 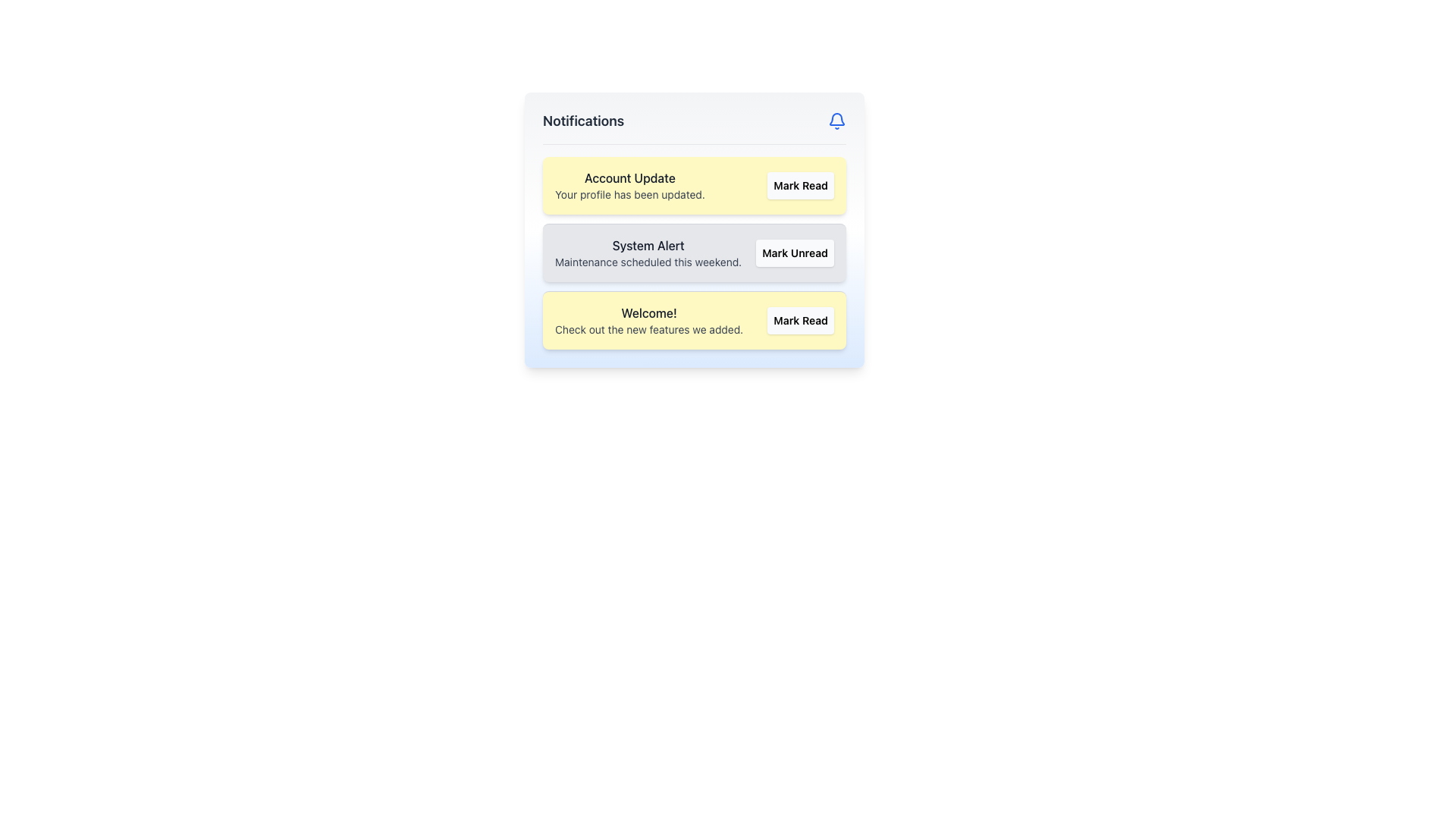 What do you see at coordinates (694, 319) in the screenshot?
I see `the Notification Banner titled 'Welcome!' which has a light yellow background and contains a button labeled 'Mark Read'` at bounding box center [694, 319].